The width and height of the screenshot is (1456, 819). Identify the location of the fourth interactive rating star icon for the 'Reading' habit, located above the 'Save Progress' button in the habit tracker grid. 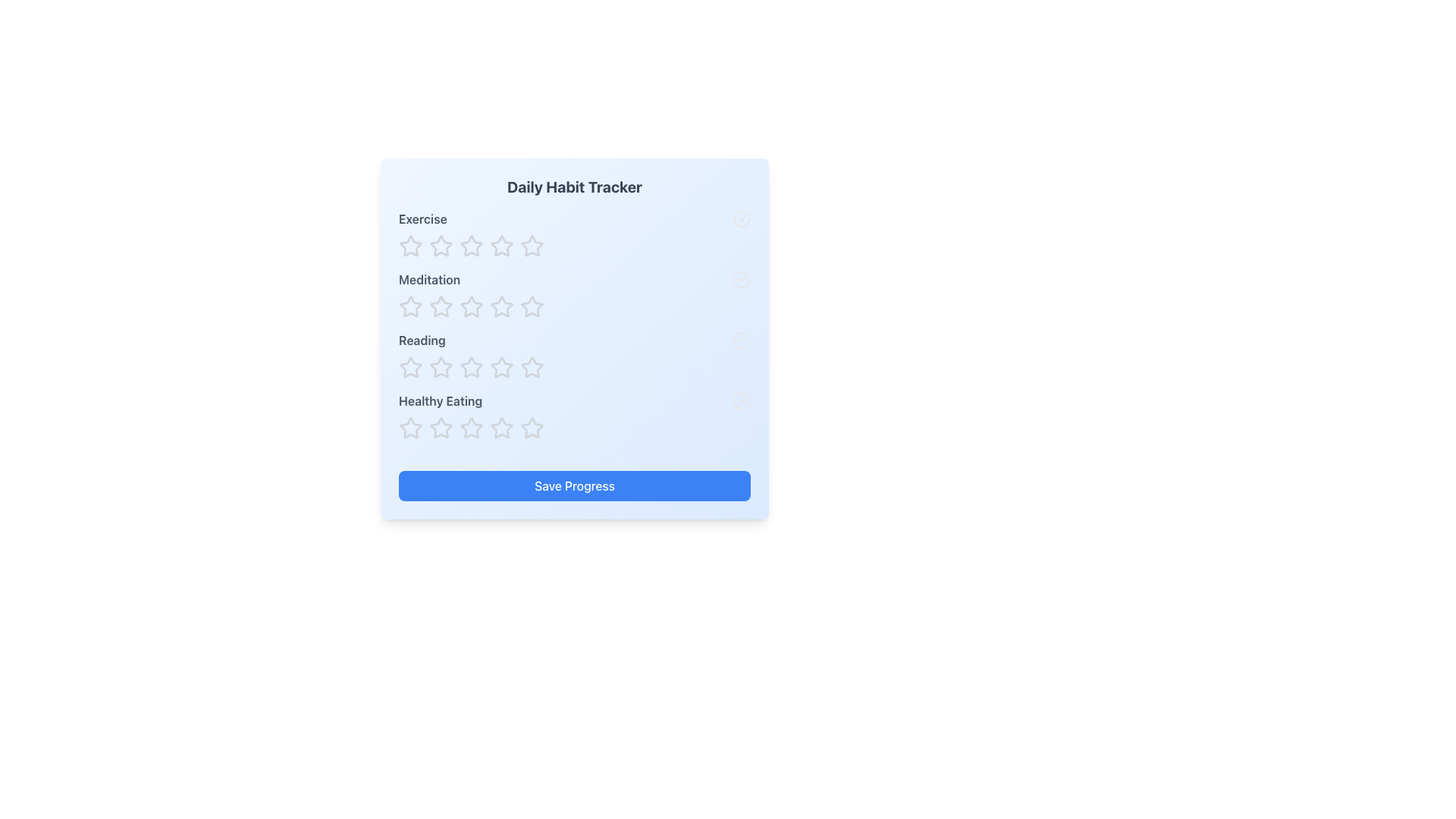
(471, 368).